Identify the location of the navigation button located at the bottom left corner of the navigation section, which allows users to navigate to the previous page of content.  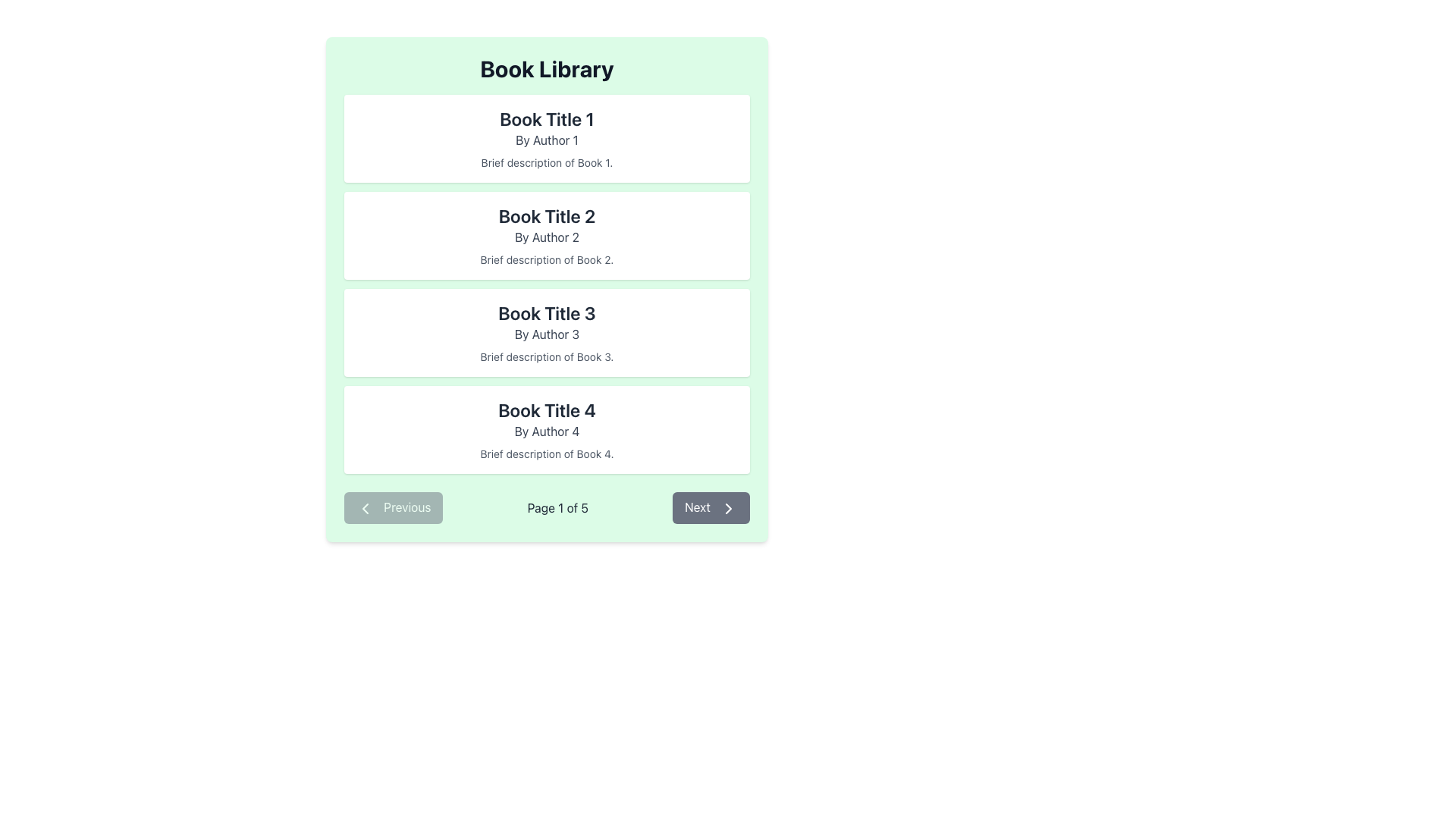
(394, 507).